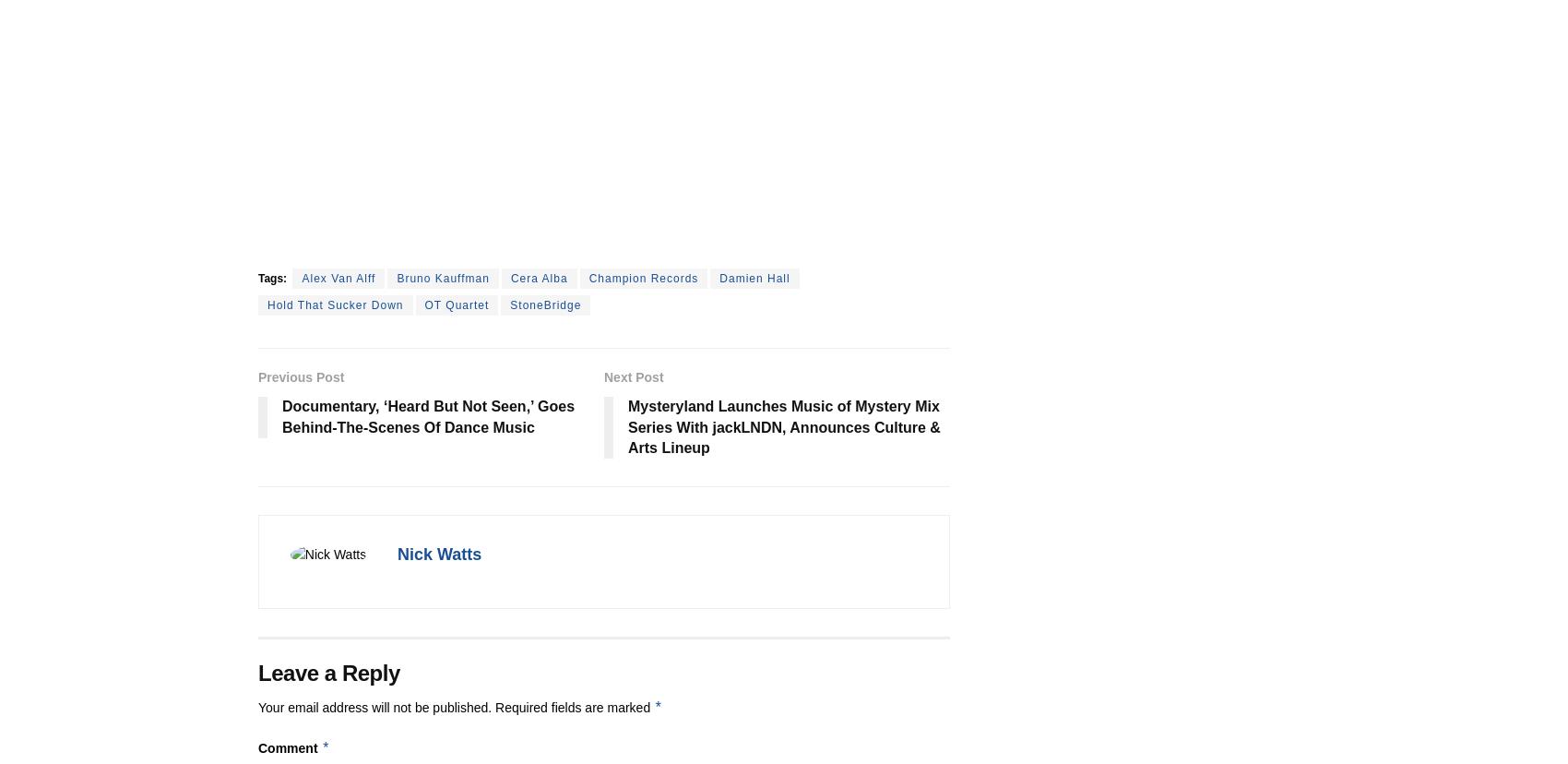 This screenshot has height=764, width=1568. Describe the element at coordinates (257, 746) in the screenshot. I see `'Comment'` at that location.